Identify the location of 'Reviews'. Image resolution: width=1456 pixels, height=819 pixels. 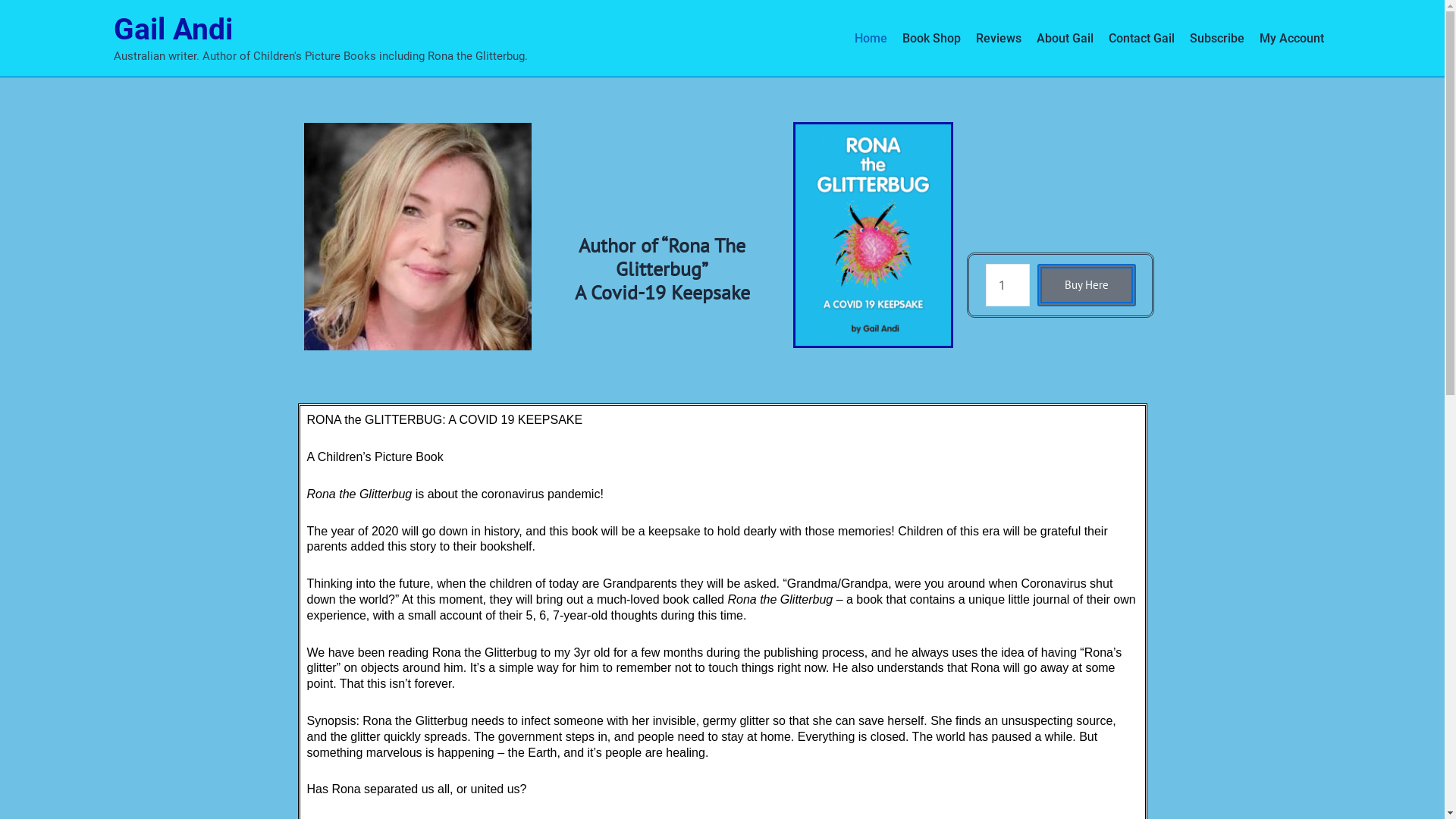
(997, 37).